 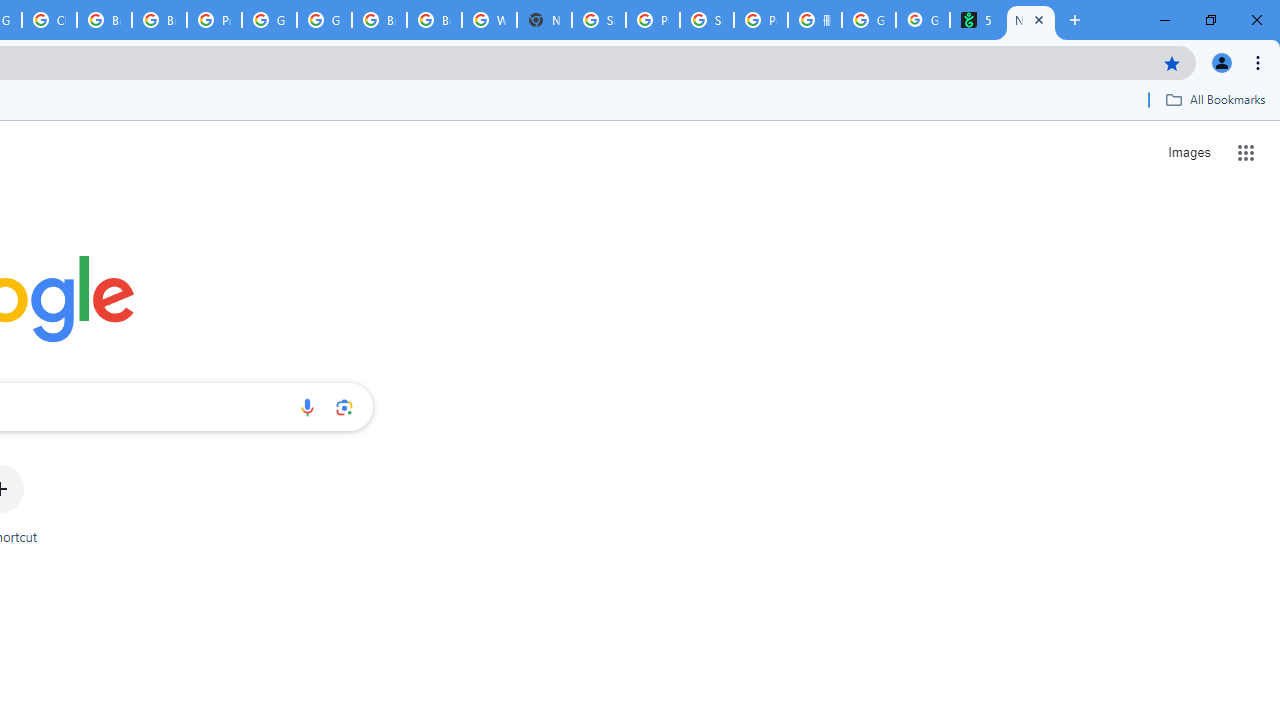 I want to click on 'Google Cloud Platform', so click(x=268, y=20).